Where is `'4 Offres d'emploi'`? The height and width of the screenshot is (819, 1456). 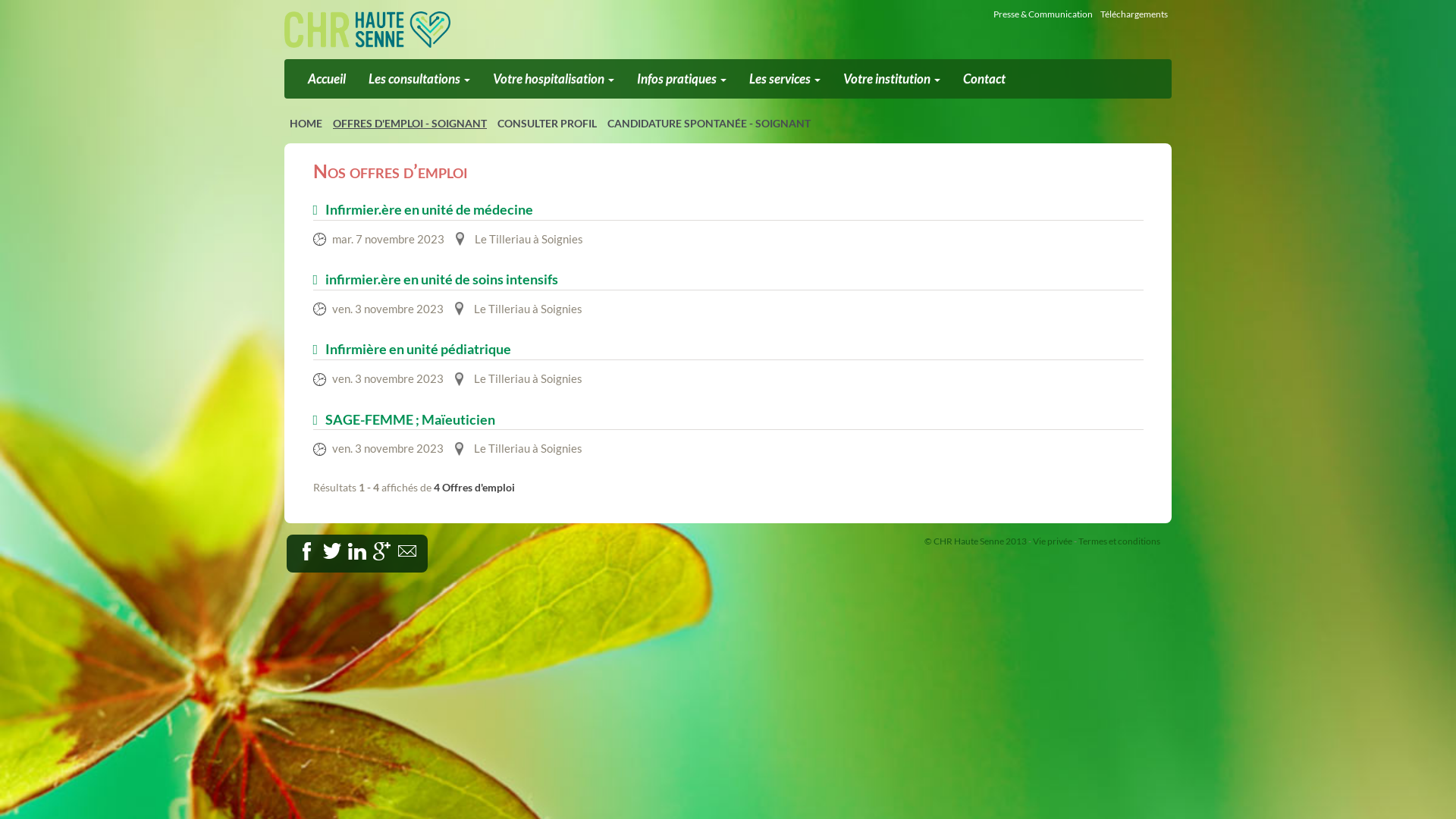 '4 Offres d'emploi' is located at coordinates (432, 487).